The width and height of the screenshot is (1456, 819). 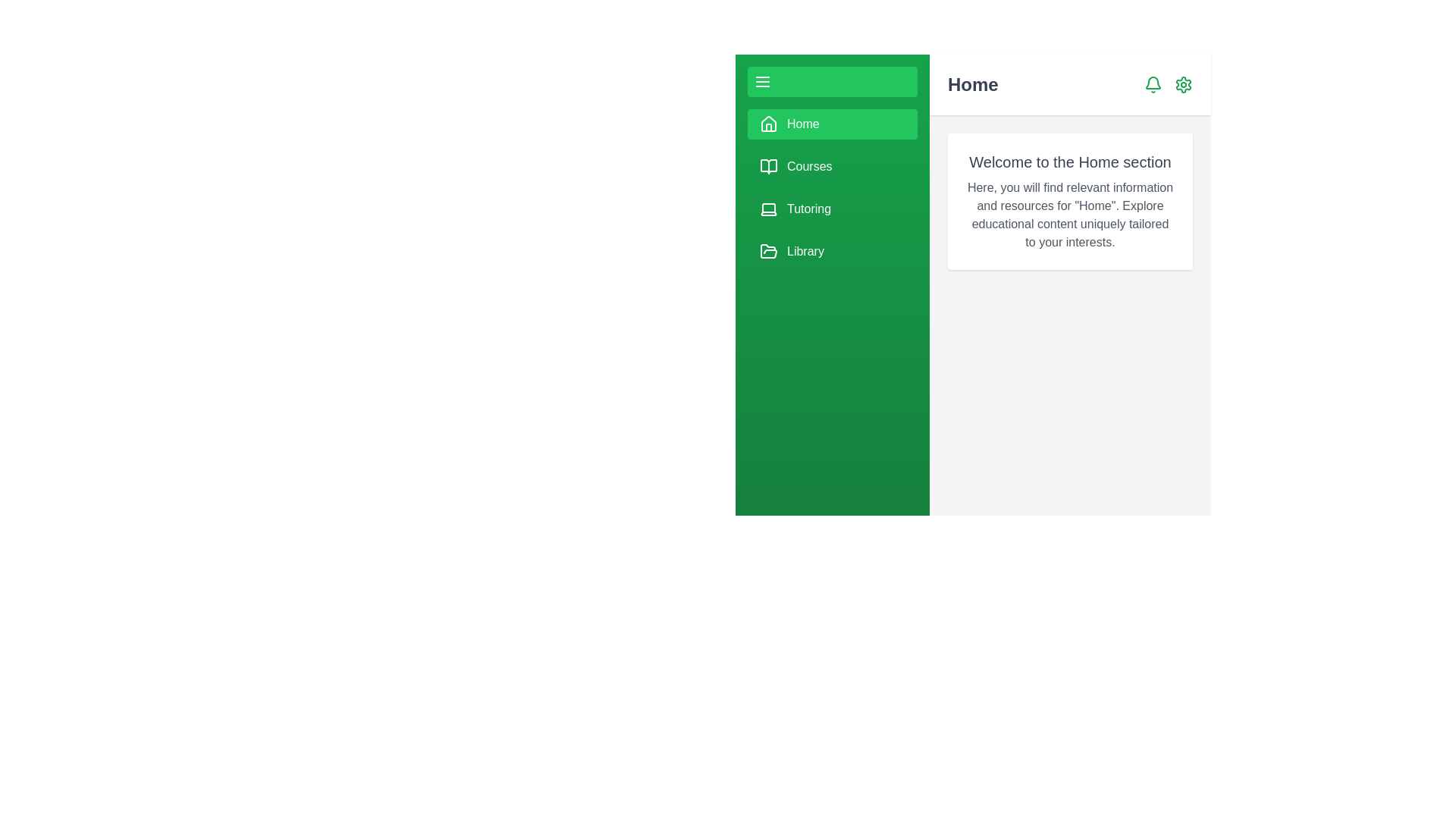 I want to click on the bell icon located in the top horizontal navigation bar, so click(x=1153, y=84).